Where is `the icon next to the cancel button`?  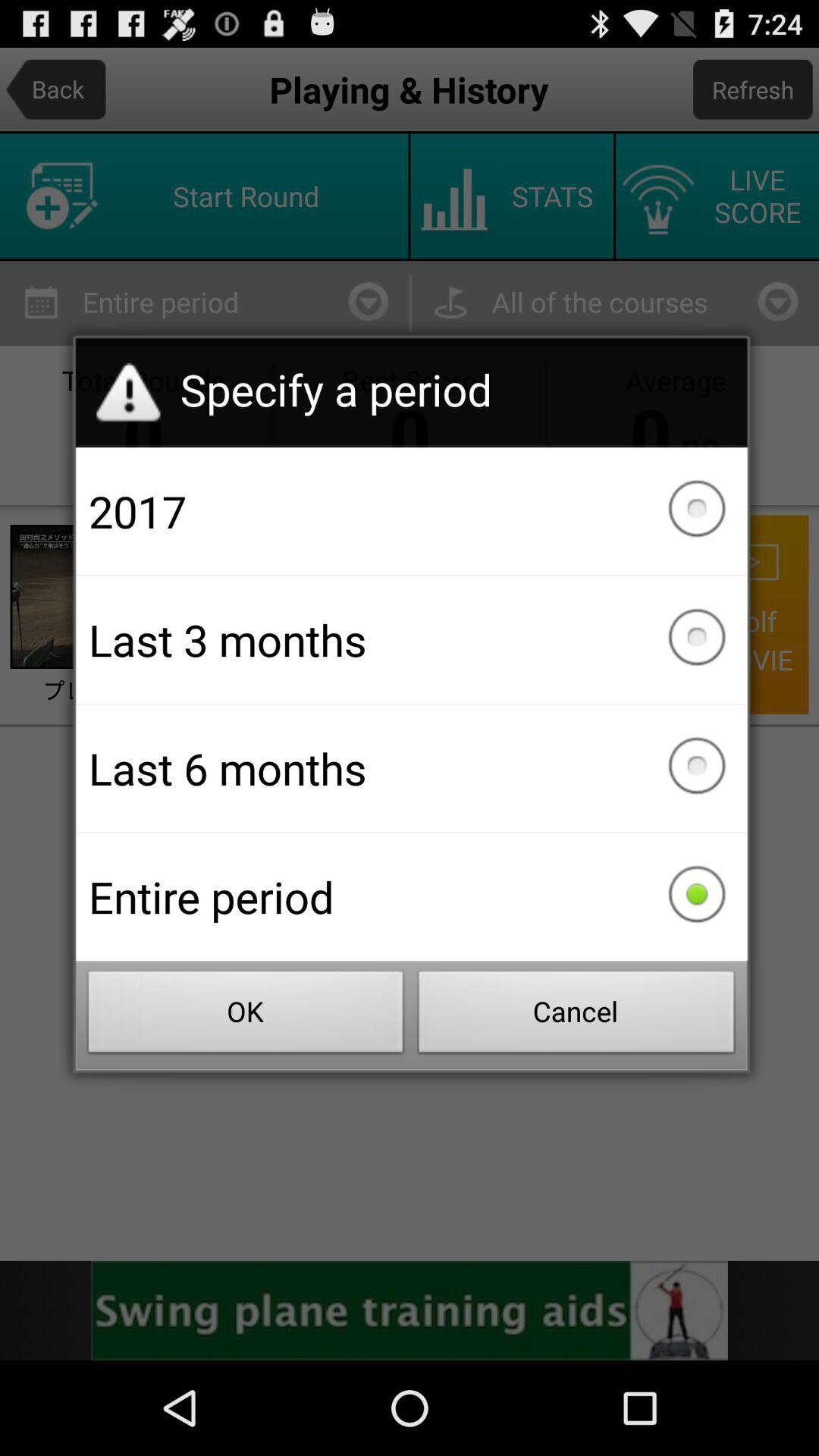
the icon next to the cancel button is located at coordinates (245, 1016).